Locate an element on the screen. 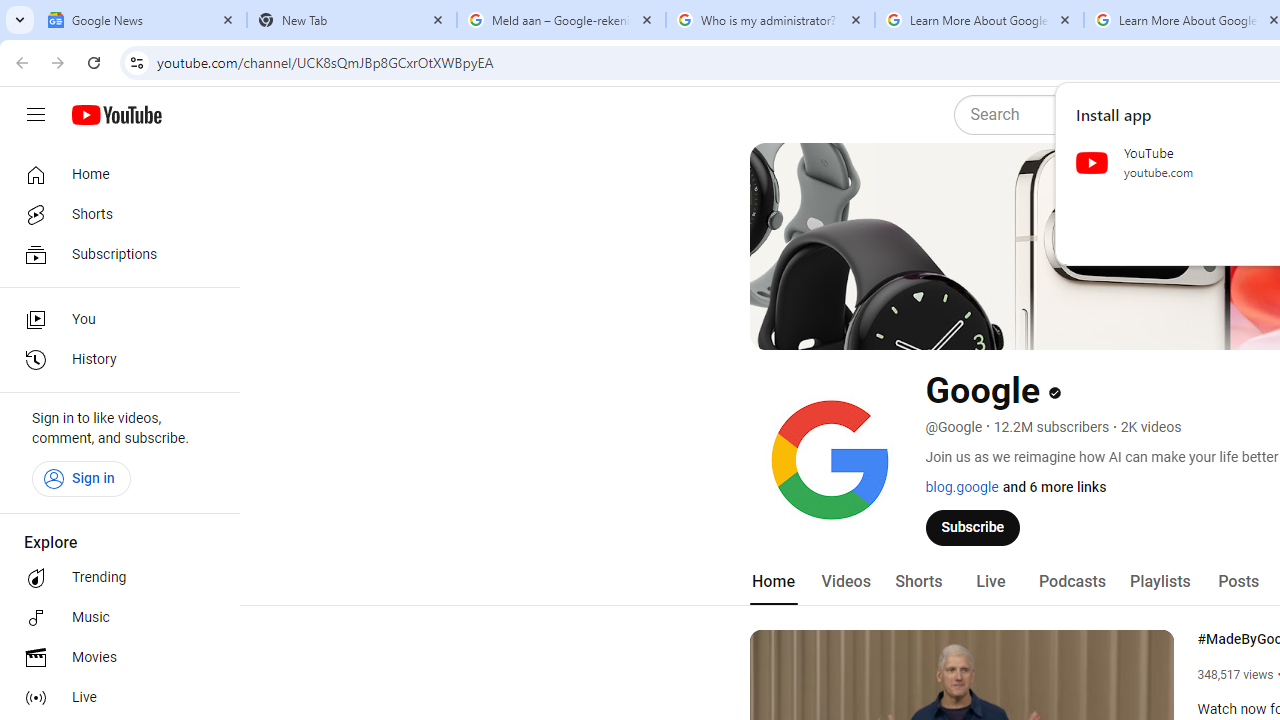  'Podcasts' is located at coordinates (1071, 581).